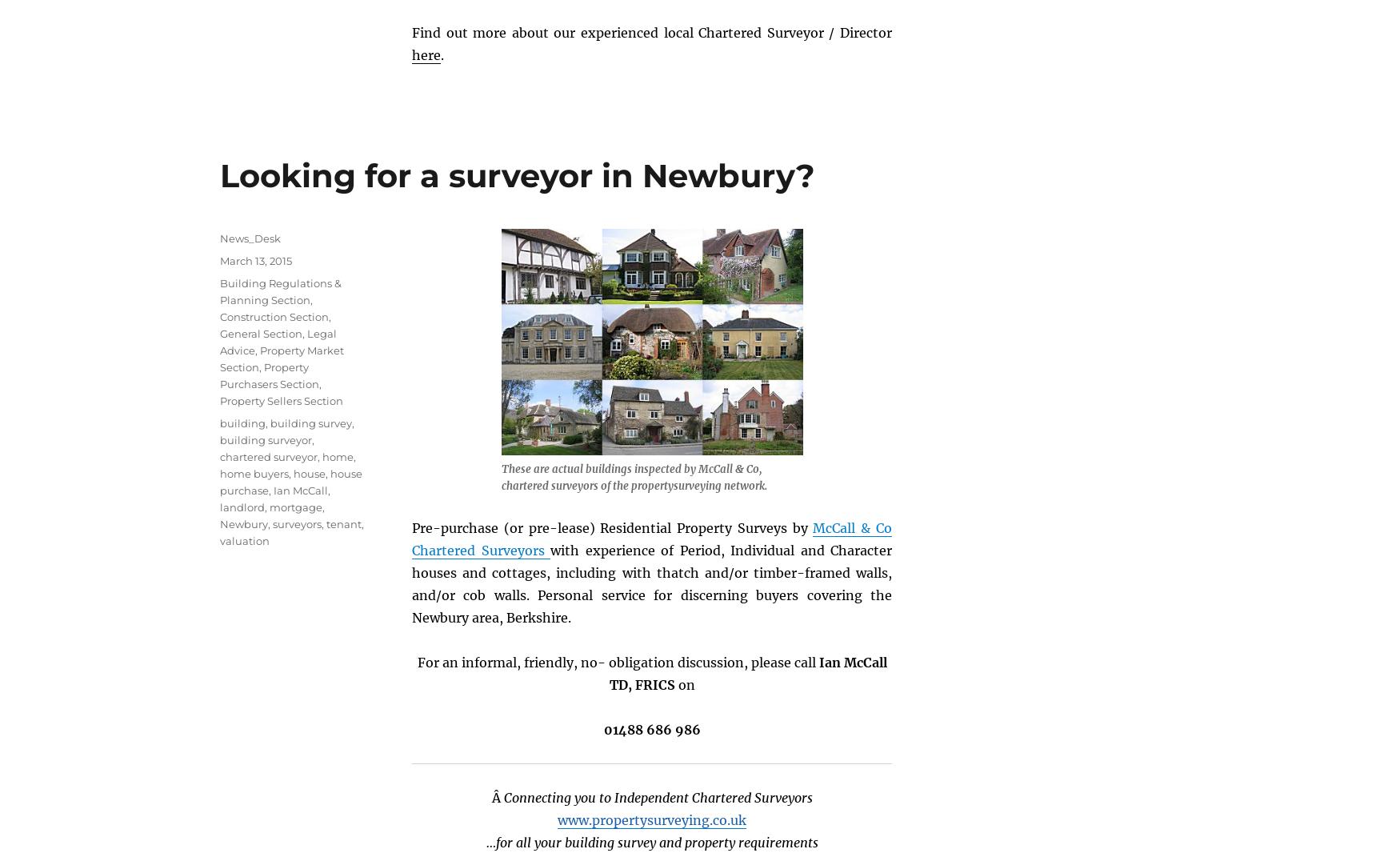 This screenshot has height=857, width=1400. I want to click on 'mortgage', so click(295, 505).